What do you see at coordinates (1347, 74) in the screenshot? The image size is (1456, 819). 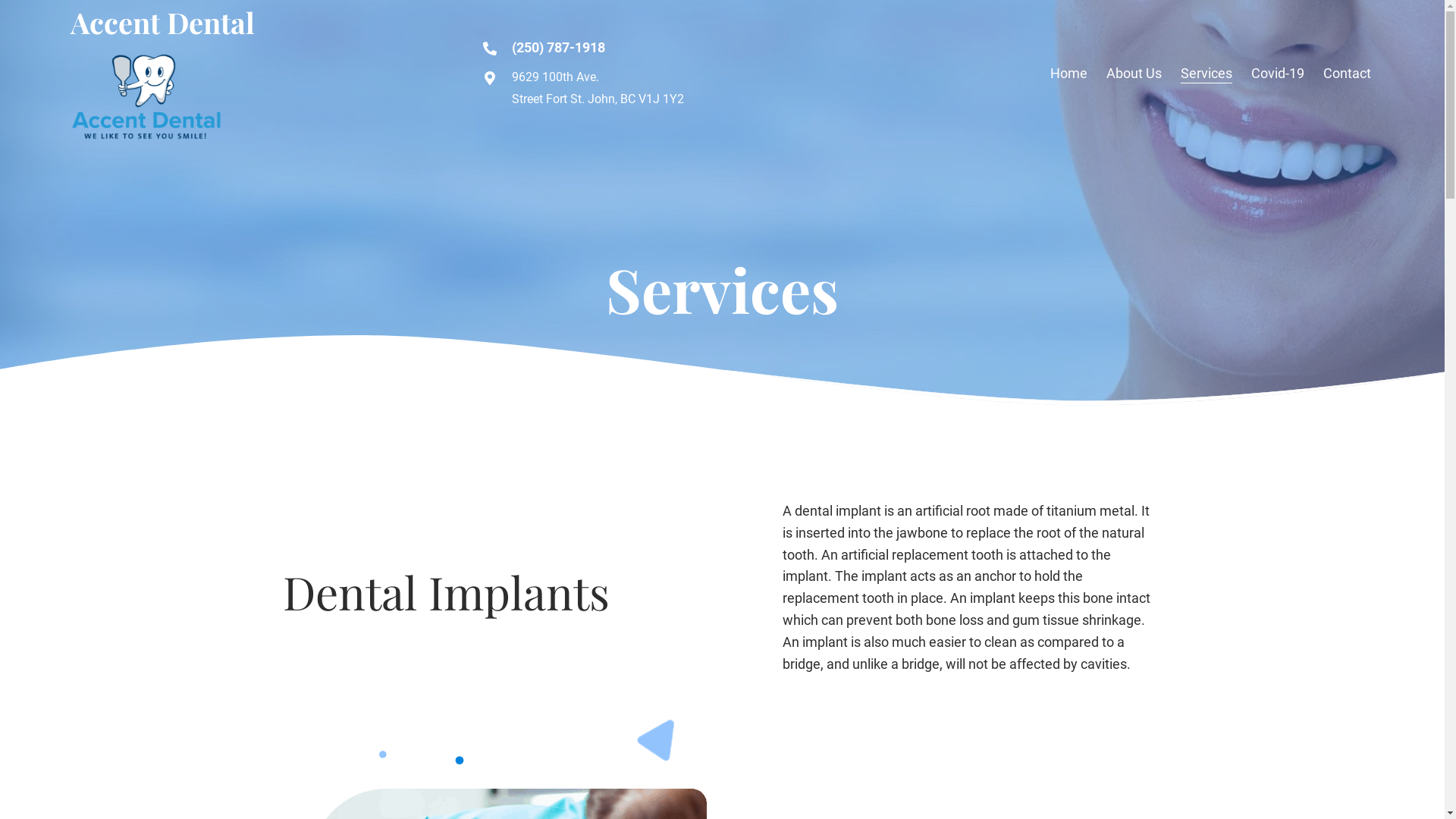 I see `'Contact'` at bounding box center [1347, 74].